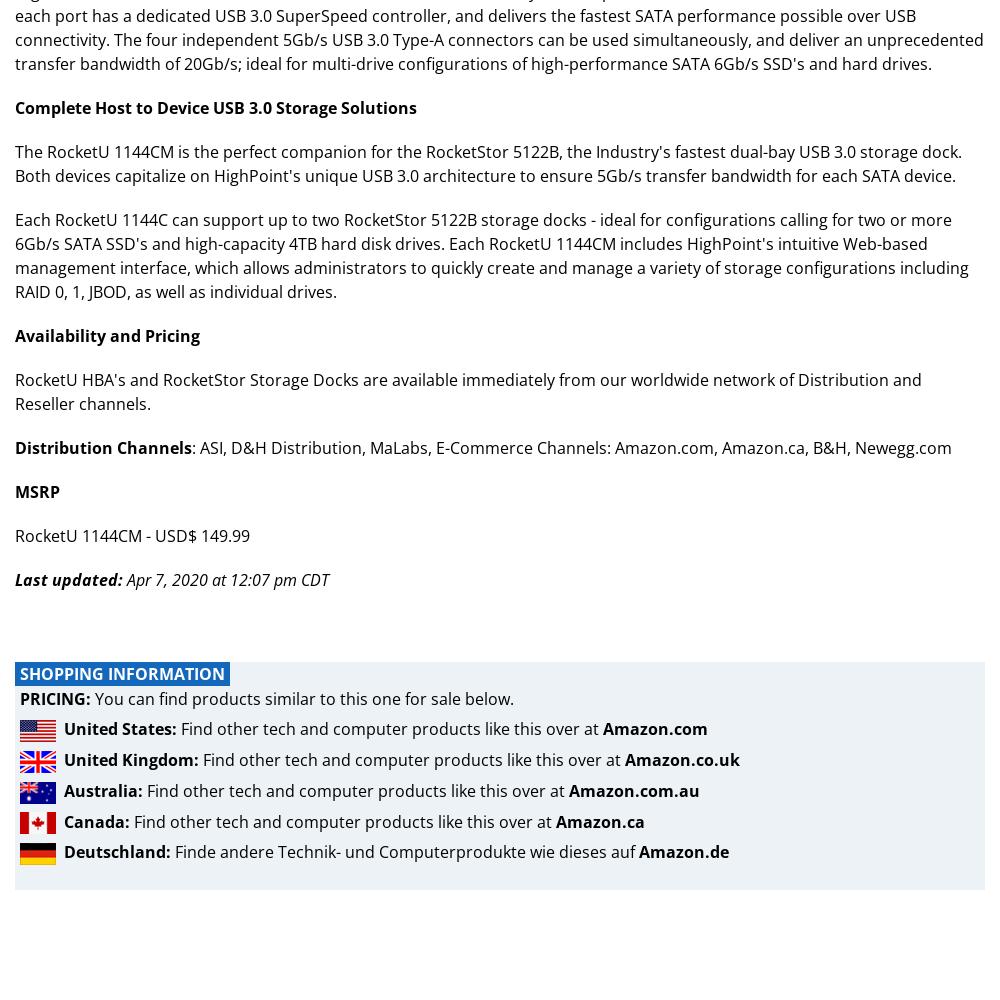  What do you see at coordinates (302, 698) in the screenshot?
I see `'You can find products similar to this one for sale below.'` at bounding box center [302, 698].